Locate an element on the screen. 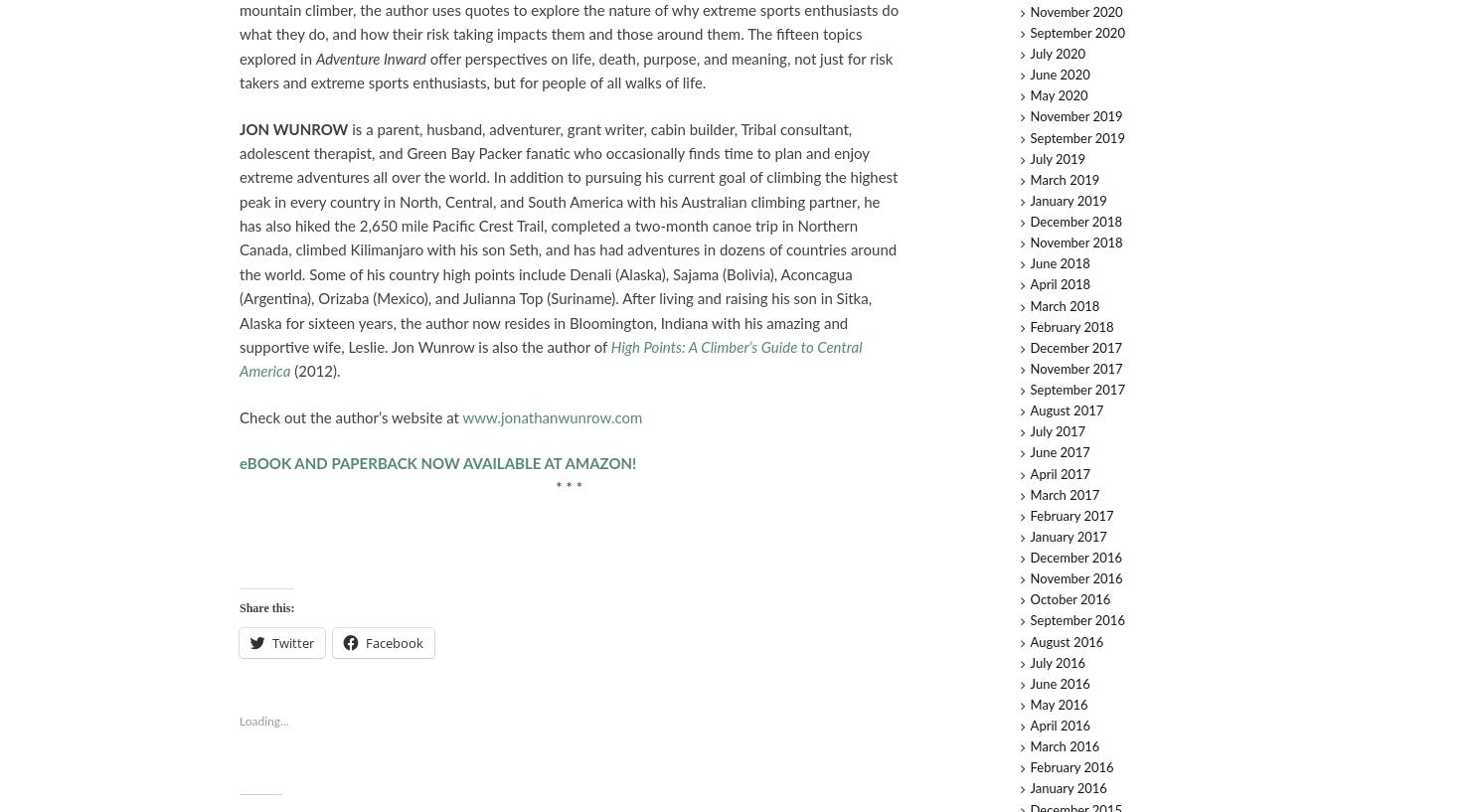 The width and height of the screenshot is (1483, 812). 'April 2018' is located at coordinates (1060, 285).